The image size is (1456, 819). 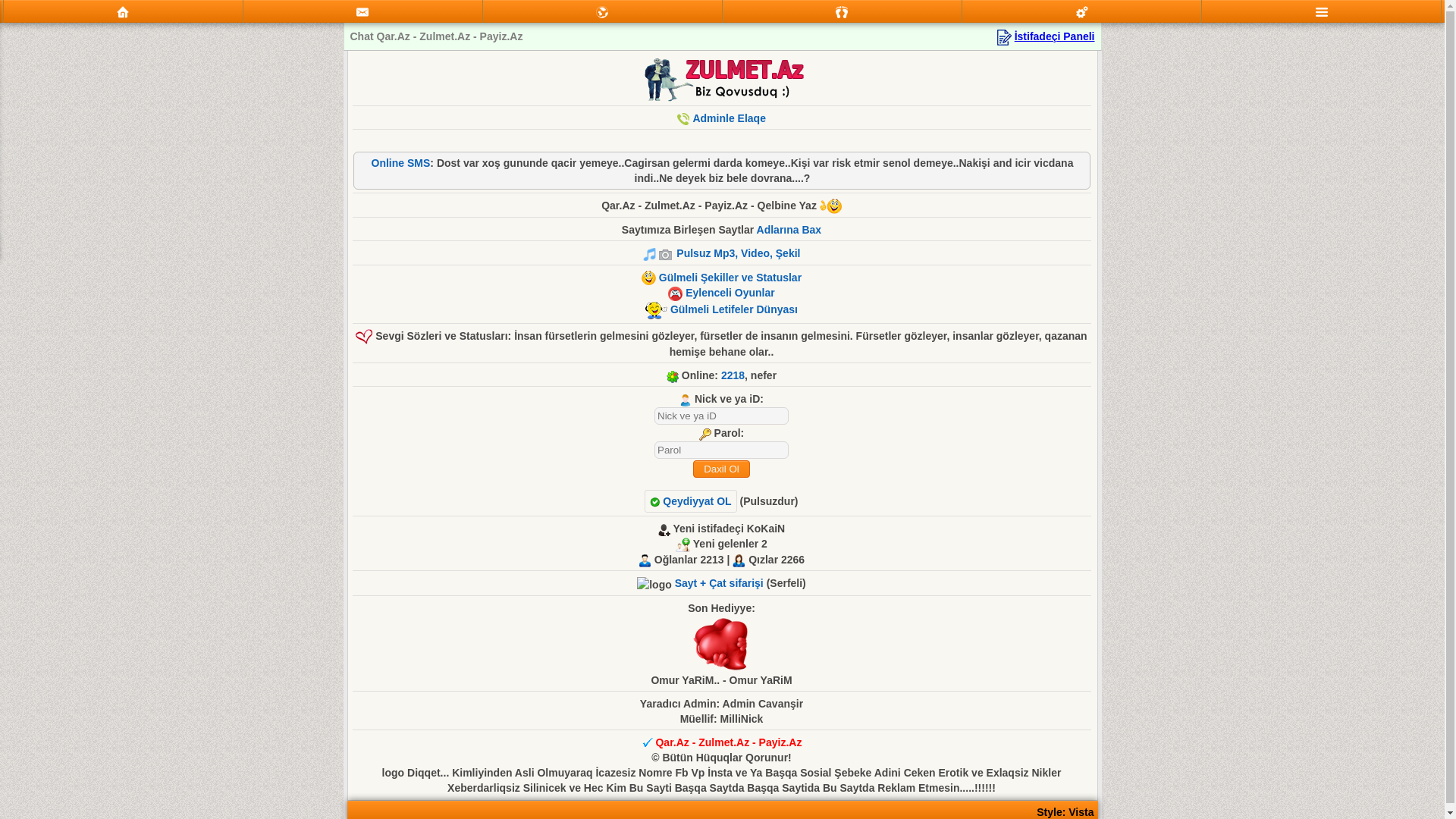 What do you see at coordinates (1064, 811) in the screenshot?
I see `'Style: Vista'` at bounding box center [1064, 811].